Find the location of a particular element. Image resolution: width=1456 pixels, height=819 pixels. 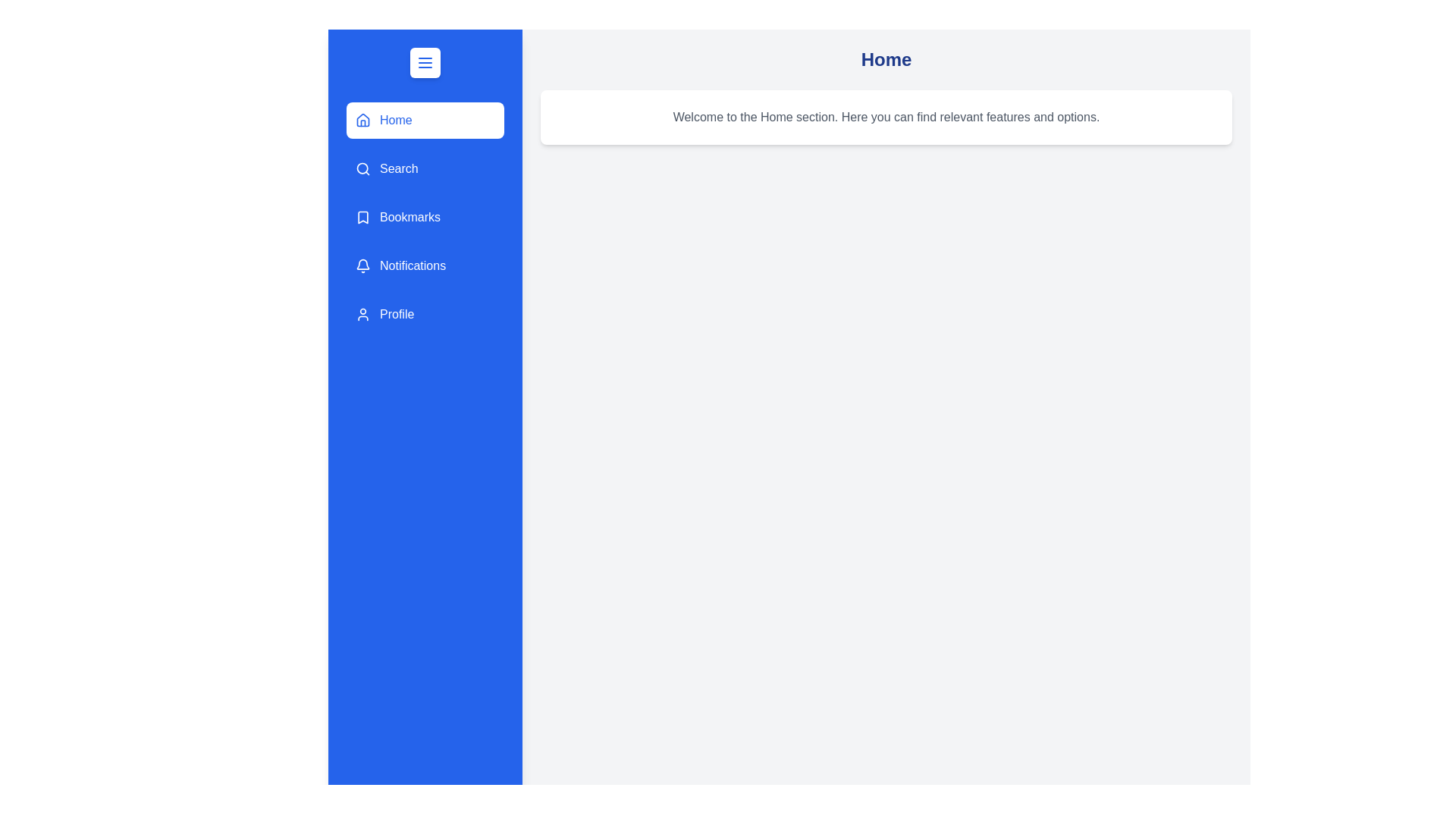

the menu button to toggle the drawer open or closed is located at coordinates (425, 62).